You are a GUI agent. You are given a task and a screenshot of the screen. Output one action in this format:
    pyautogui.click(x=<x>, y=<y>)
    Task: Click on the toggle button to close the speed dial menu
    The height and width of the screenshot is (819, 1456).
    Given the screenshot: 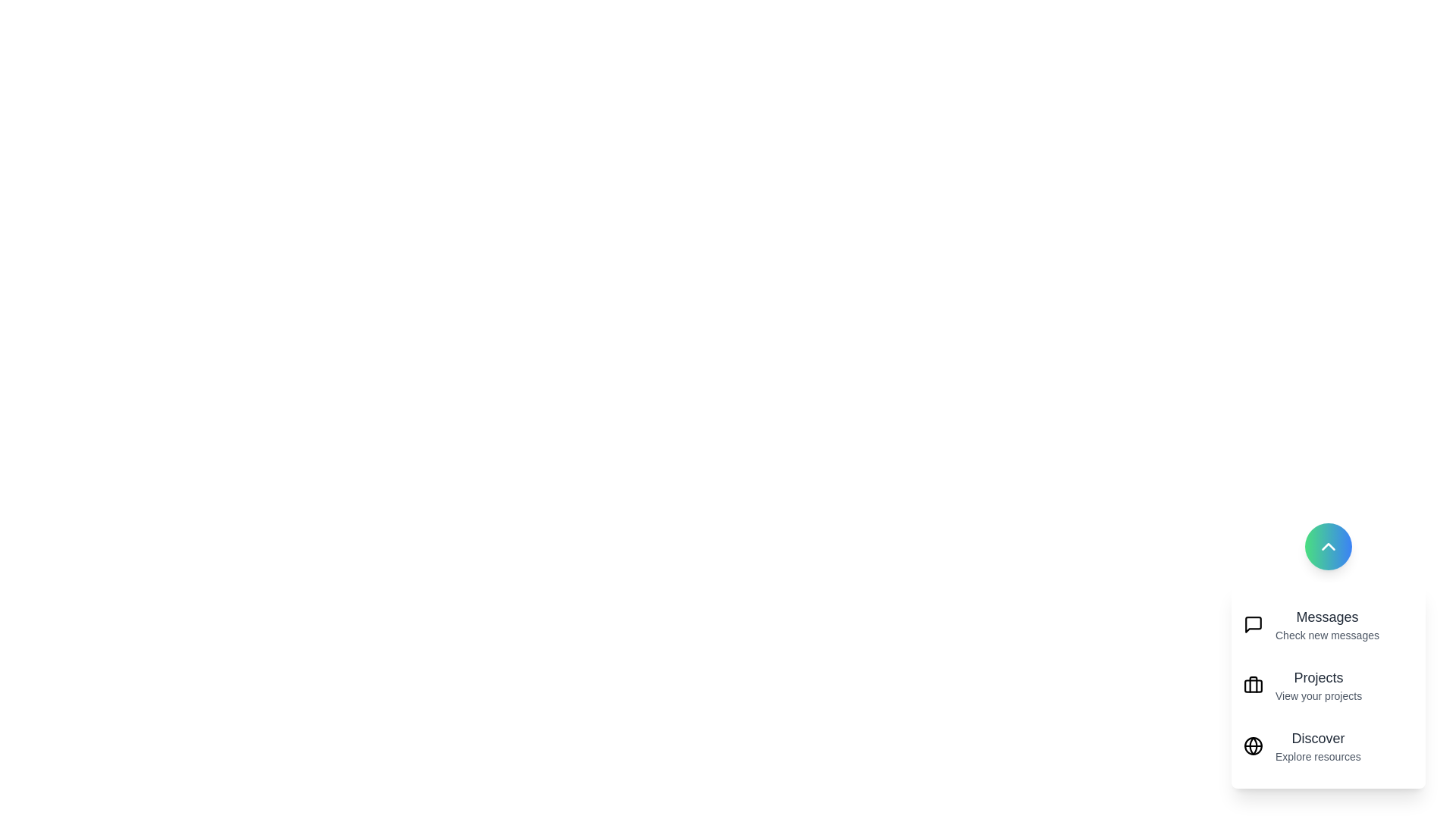 What is the action you would take?
    pyautogui.click(x=1328, y=547)
    